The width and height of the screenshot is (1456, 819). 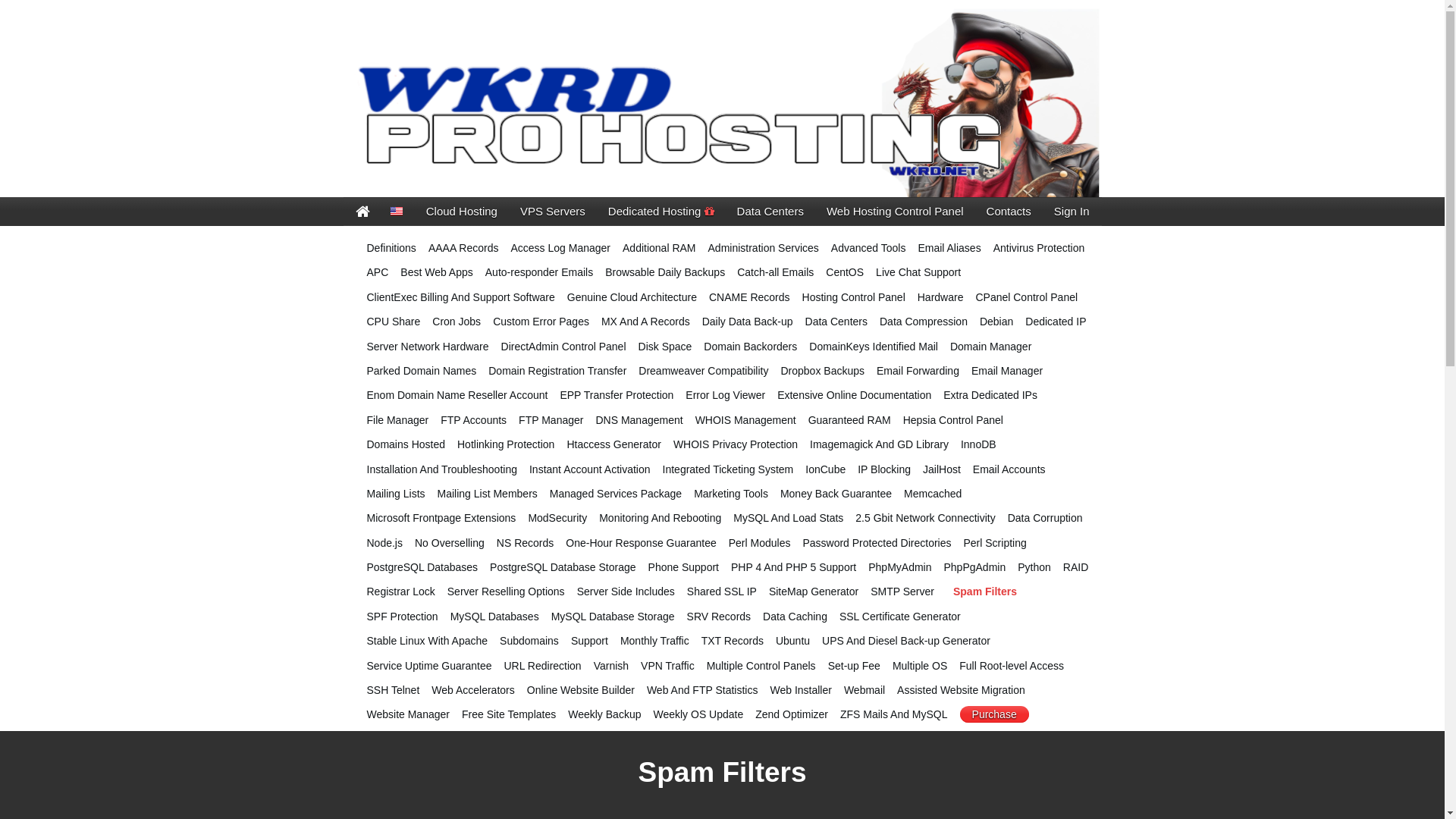 What do you see at coordinates (854, 394) in the screenshot?
I see `'Extensive Online Documentation'` at bounding box center [854, 394].